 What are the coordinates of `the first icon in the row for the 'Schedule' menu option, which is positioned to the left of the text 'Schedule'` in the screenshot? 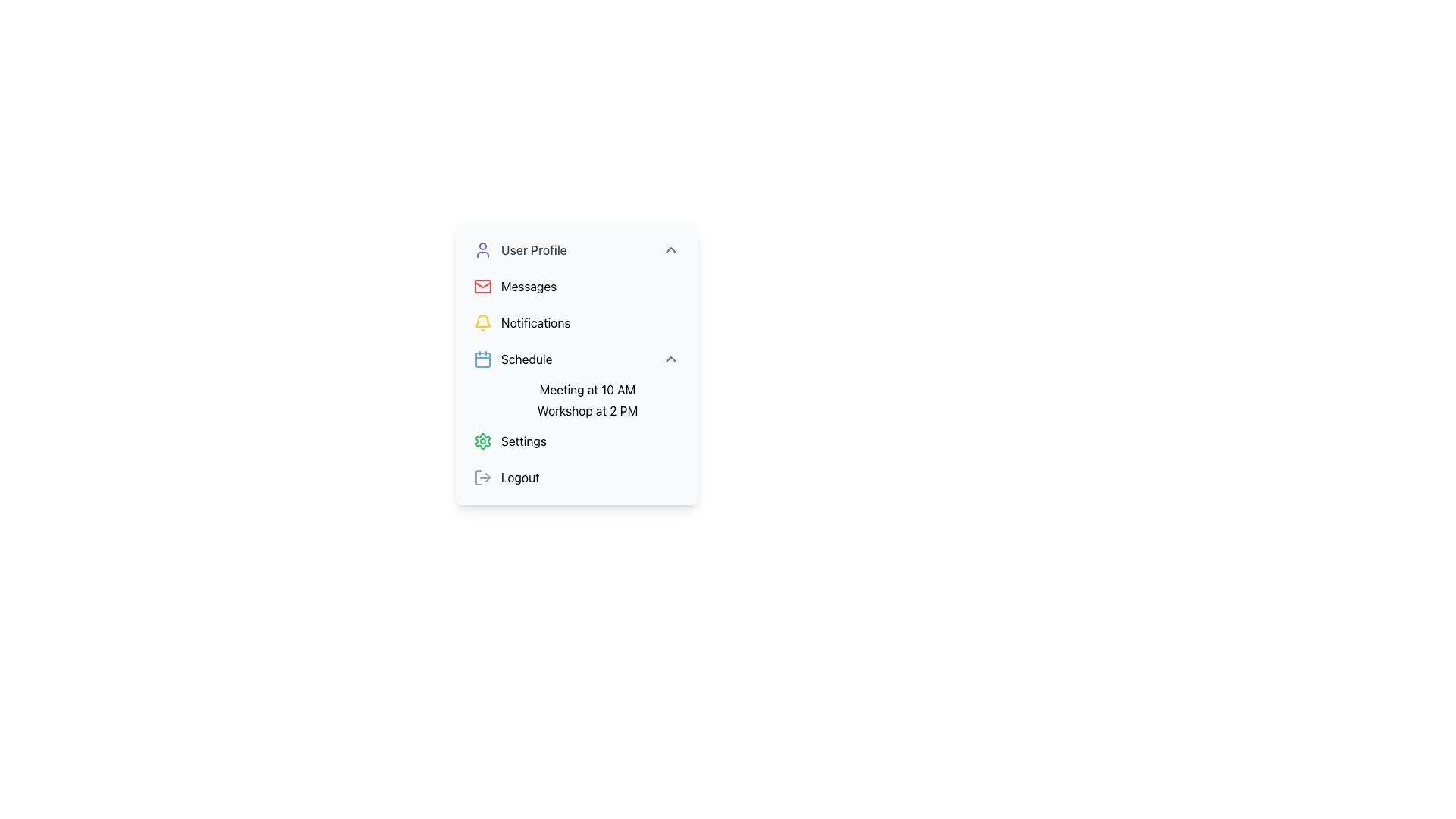 It's located at (482, 359).